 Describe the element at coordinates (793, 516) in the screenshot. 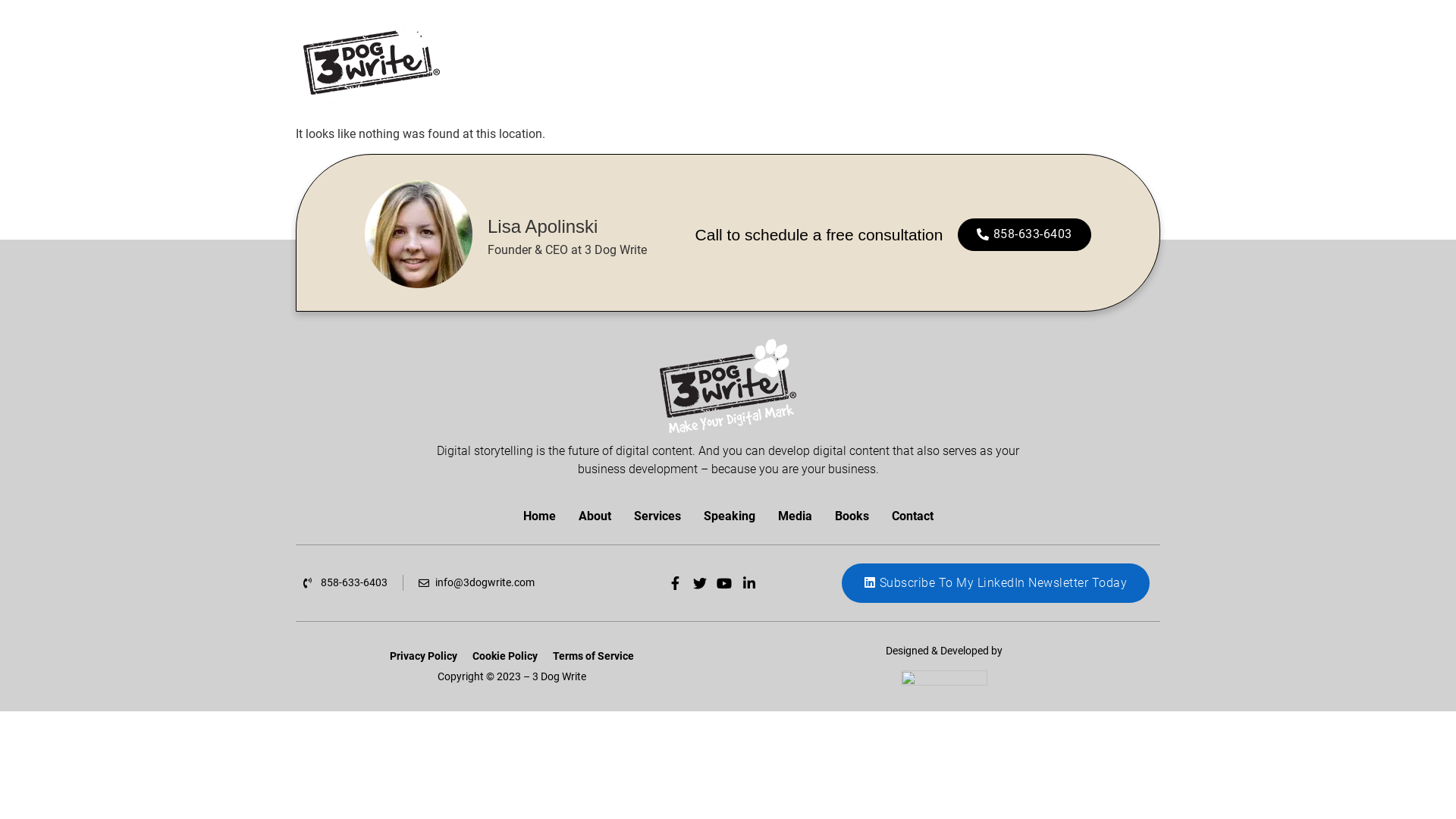

I see `'Media'` at that location.